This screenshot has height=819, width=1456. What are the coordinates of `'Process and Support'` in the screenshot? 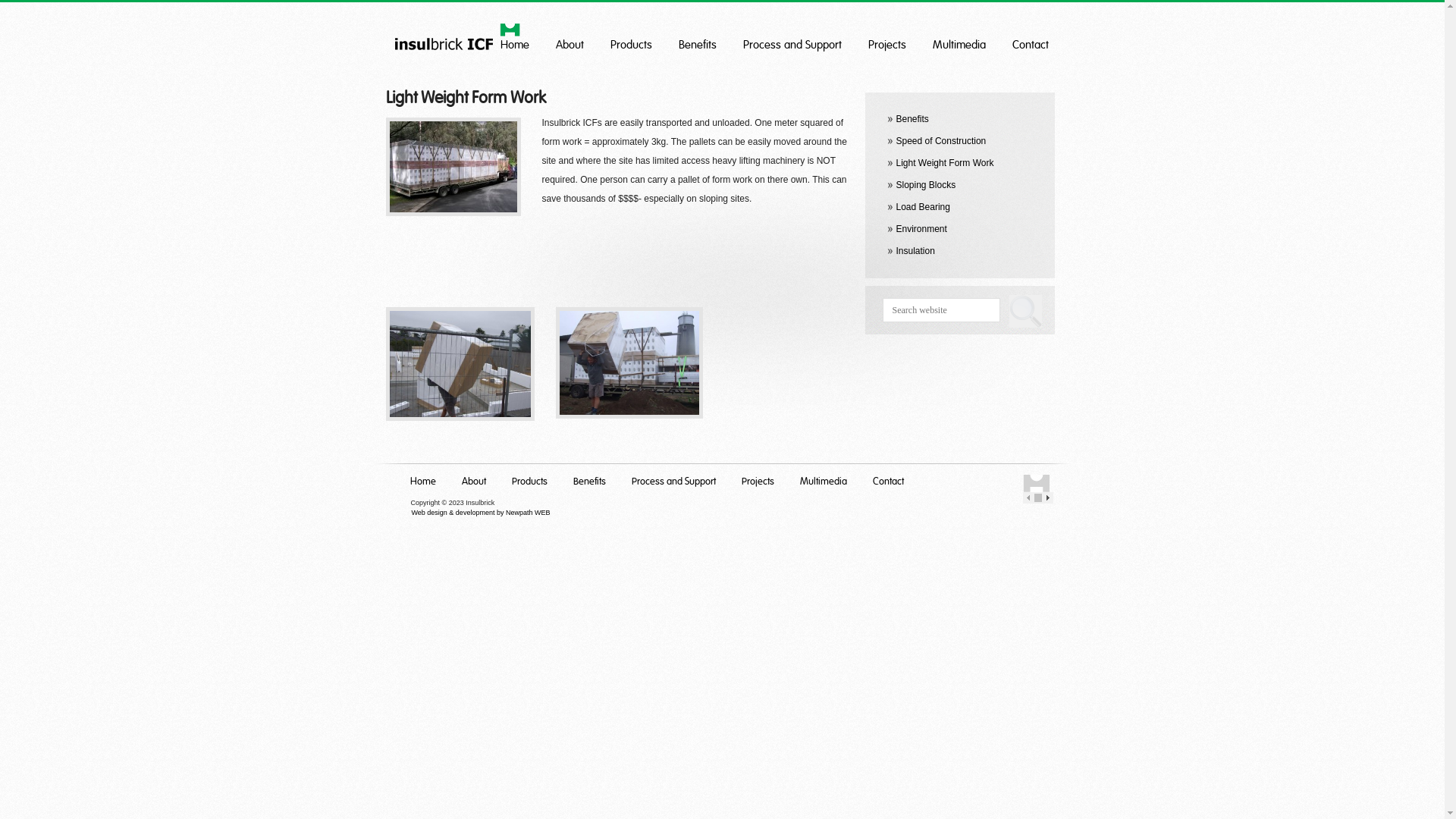 It's located at (792, 40).